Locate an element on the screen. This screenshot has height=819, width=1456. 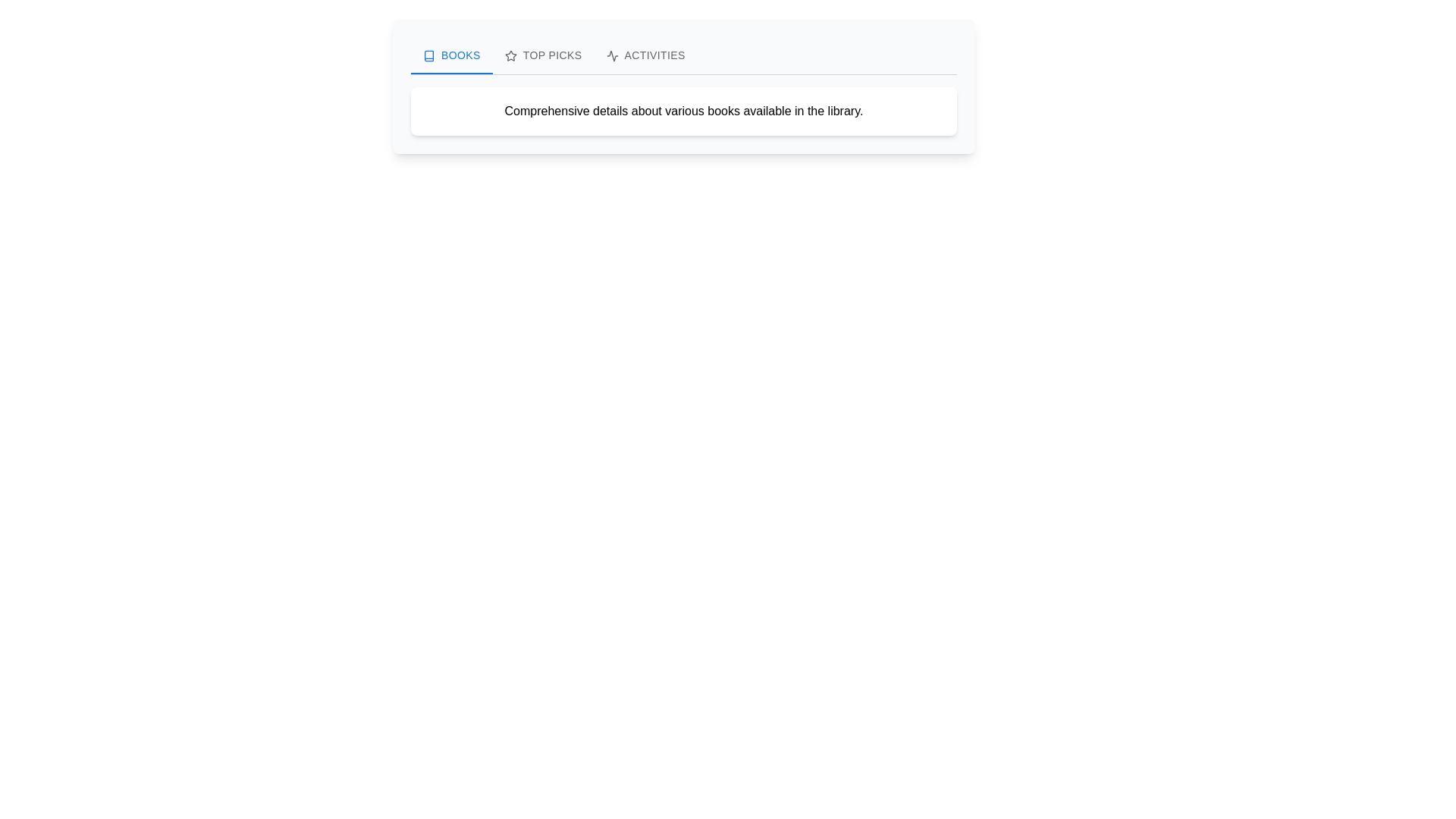
the 'Activities' text label with the attached wave or heartbeat icon located in the middle-right portion of the navigation bar is located at coordinates (645, 55).